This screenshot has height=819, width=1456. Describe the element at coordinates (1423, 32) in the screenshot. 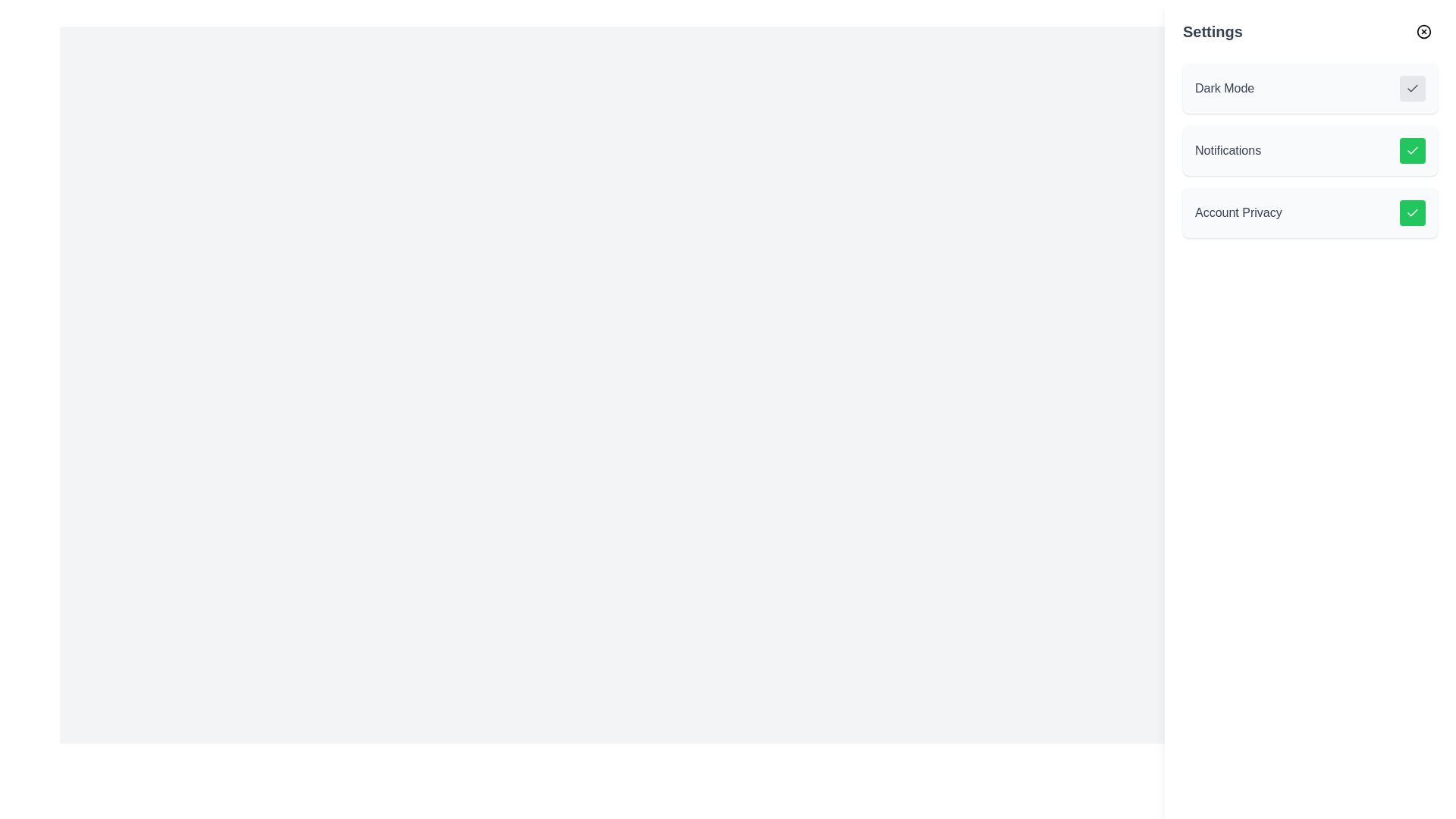

I see `the circular graphical element outlined in black, which is part of the 'X' icon located in the top-right corner of the Settings panel, if it is interactive` at that location.